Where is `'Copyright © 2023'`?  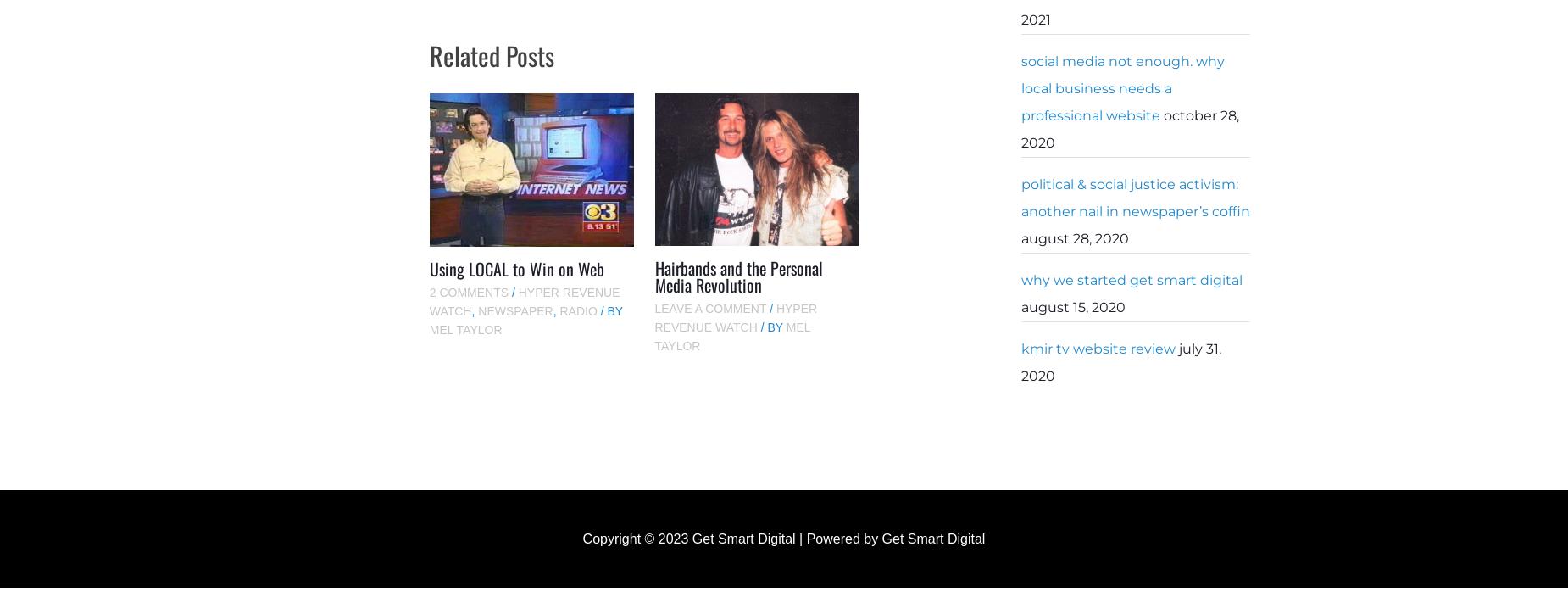 'Copyright © 2023' is located at coordinates (637, 538).